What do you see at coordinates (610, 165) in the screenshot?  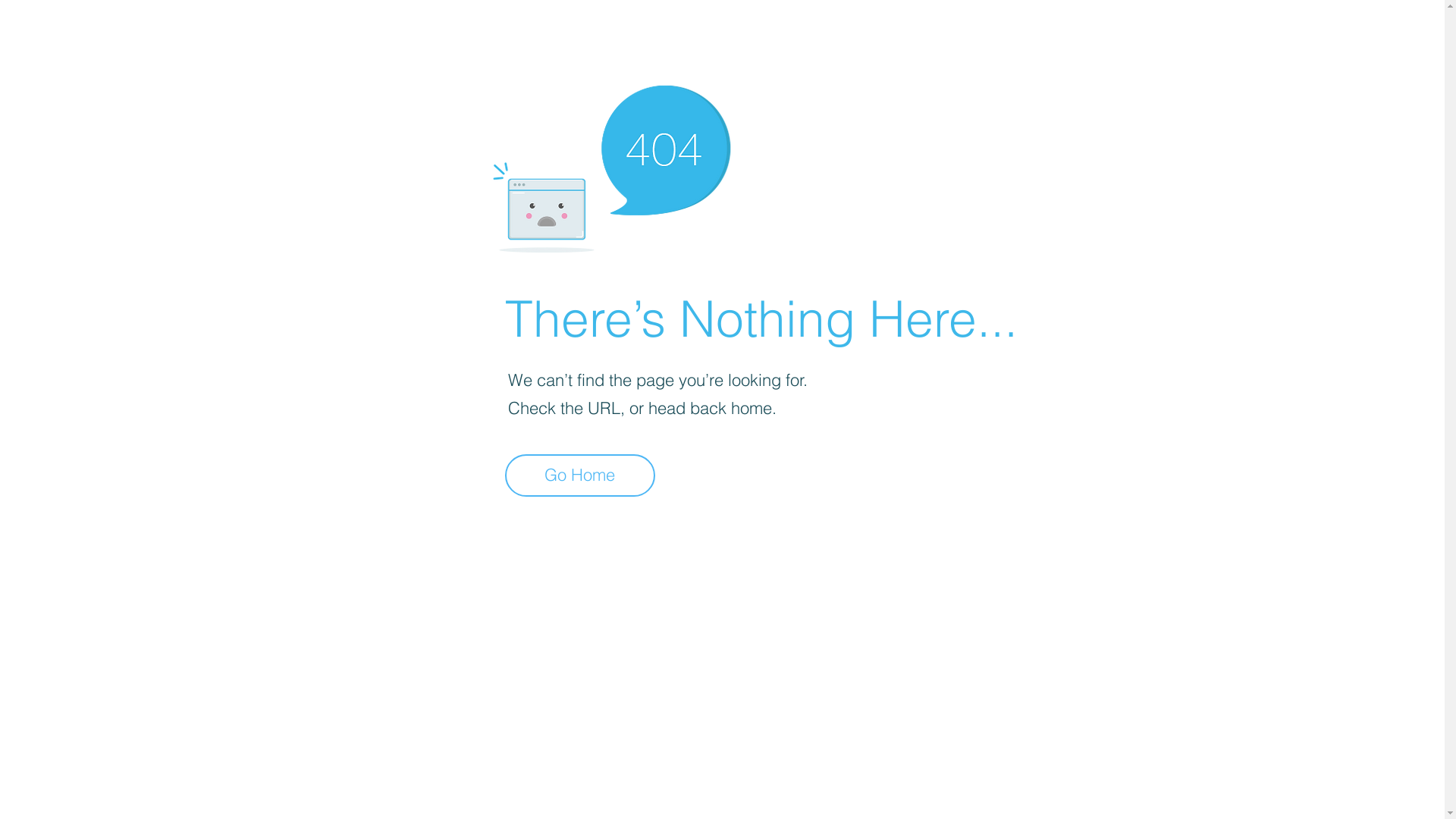 I see `'404-icon_2.png'` at bounding box center [610, 165].